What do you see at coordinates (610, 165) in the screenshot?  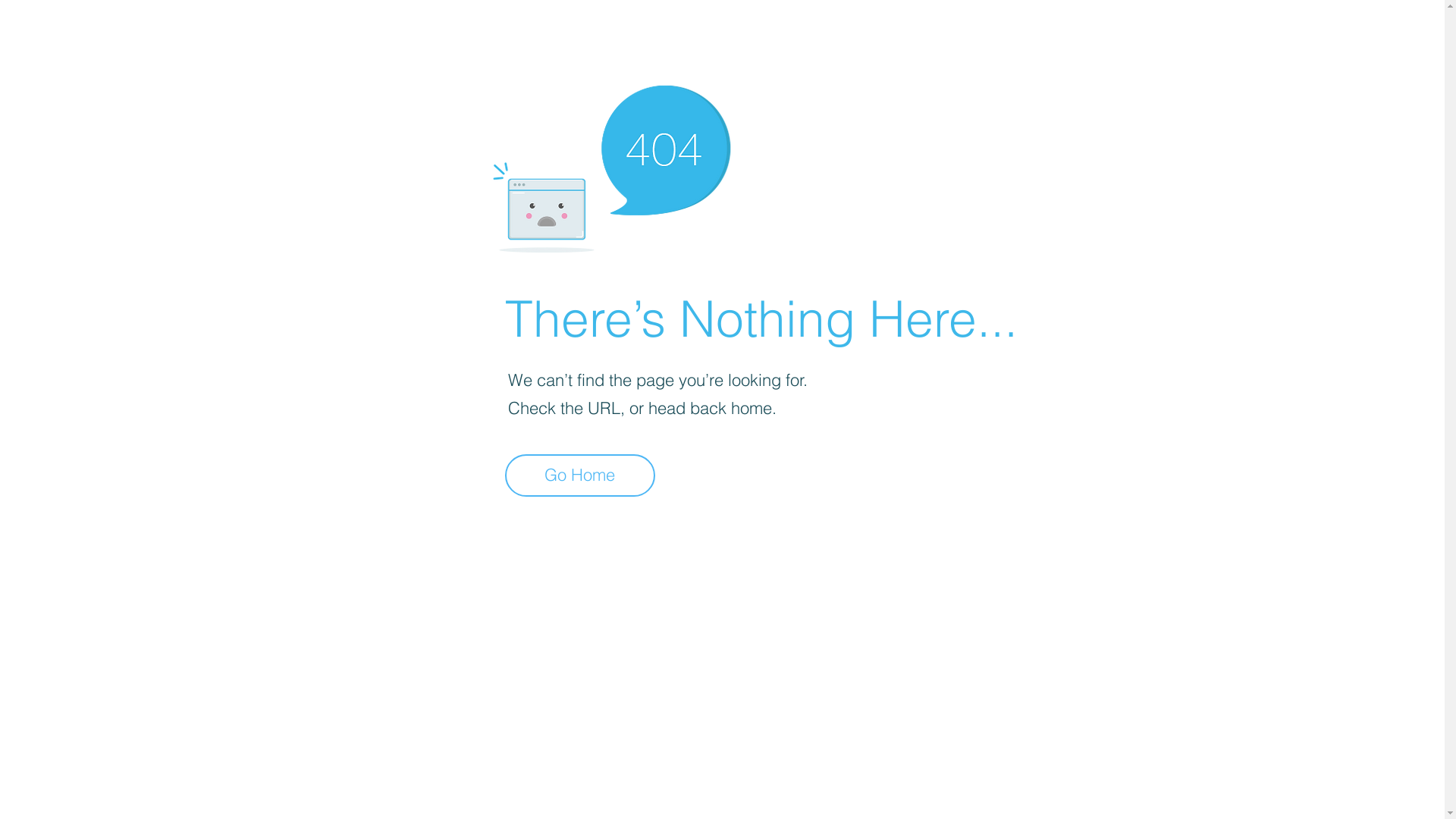 I see `'404-icon_2.png'` at bounding box center [610, 165].